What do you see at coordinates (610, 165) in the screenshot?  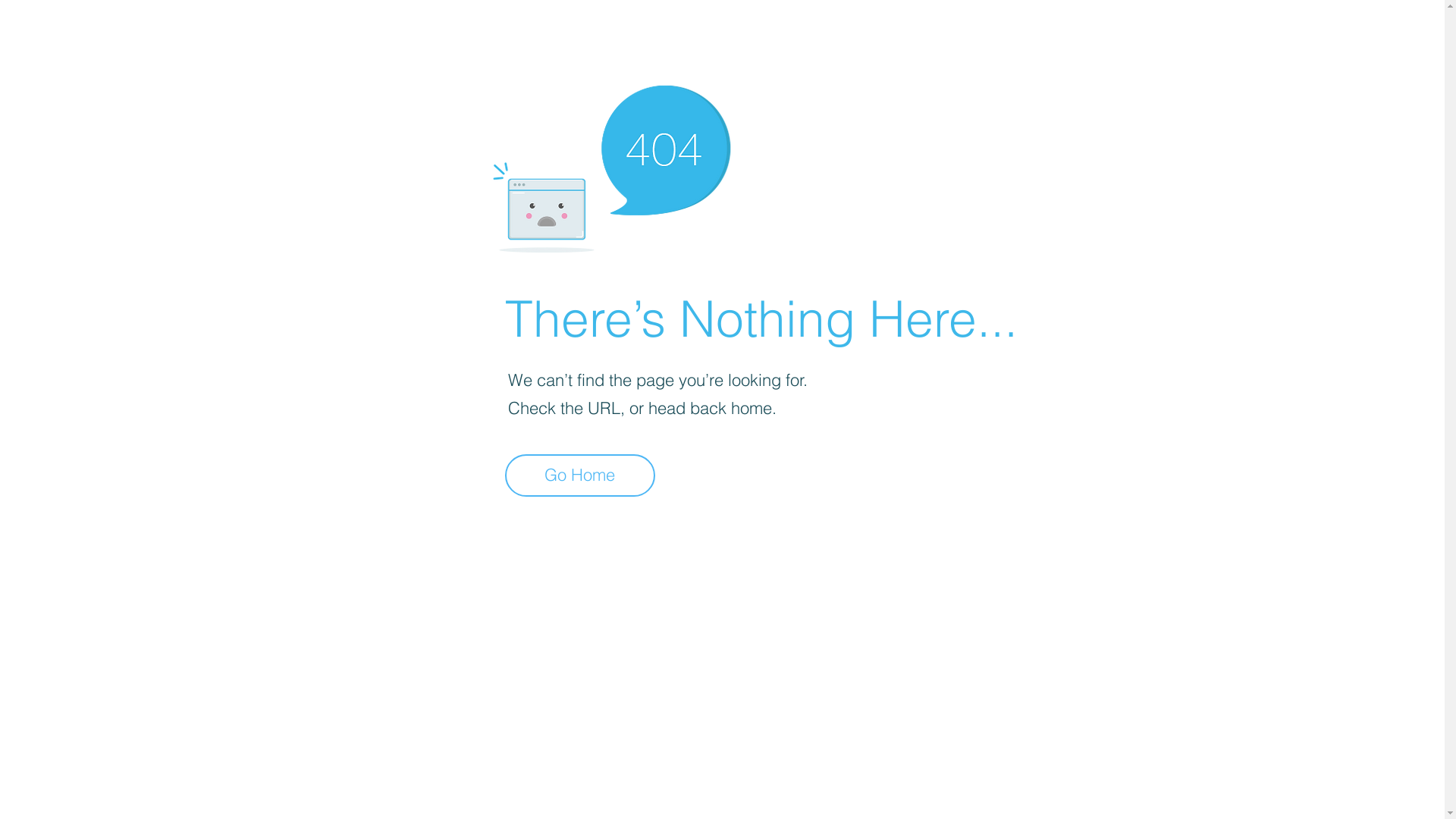 I see `'404-icon_2.png'` at bounding box center [610, 165].